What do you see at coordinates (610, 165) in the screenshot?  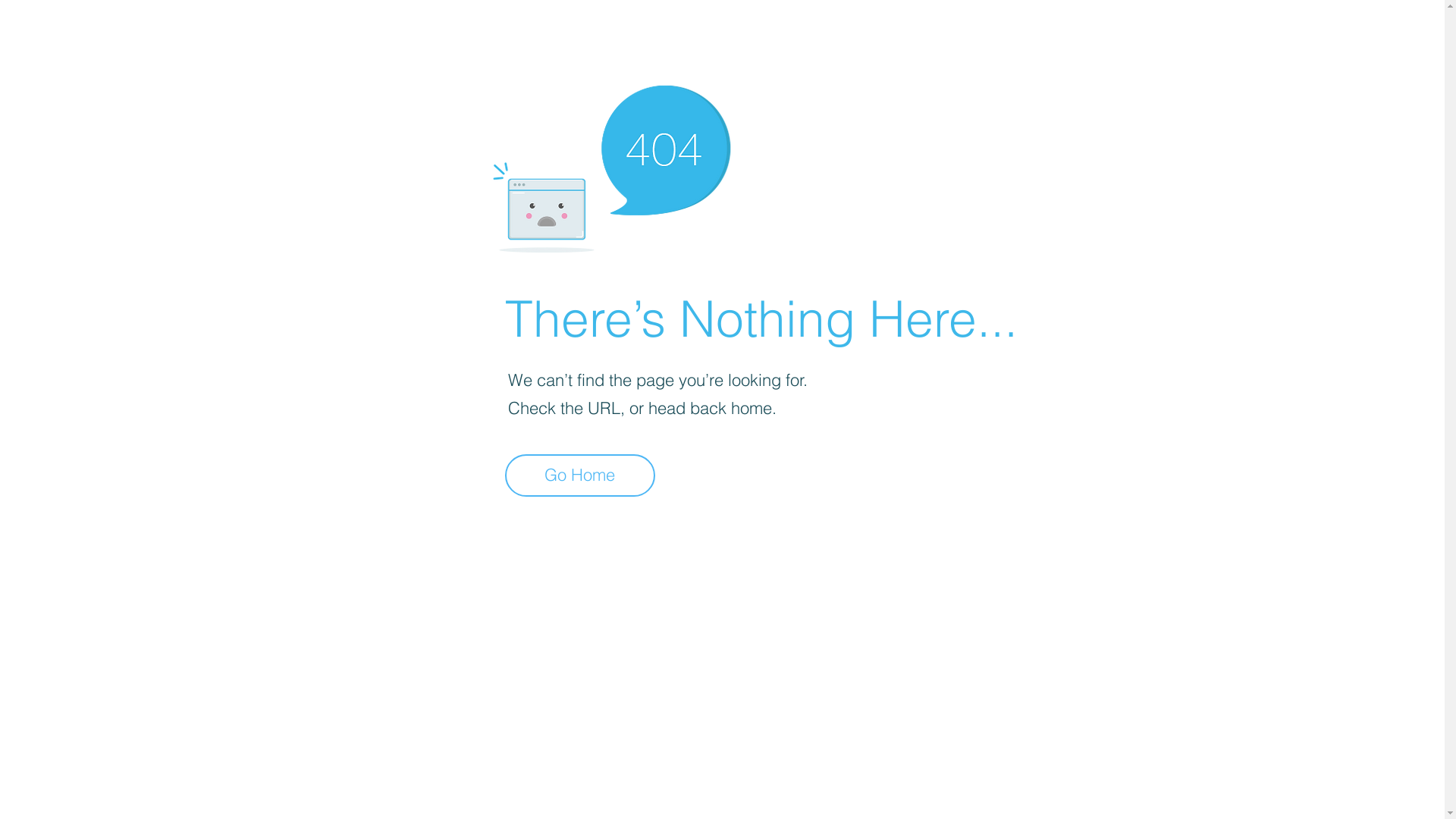 I see `'404-icon_2.png'` at bounding box center [610, 165].